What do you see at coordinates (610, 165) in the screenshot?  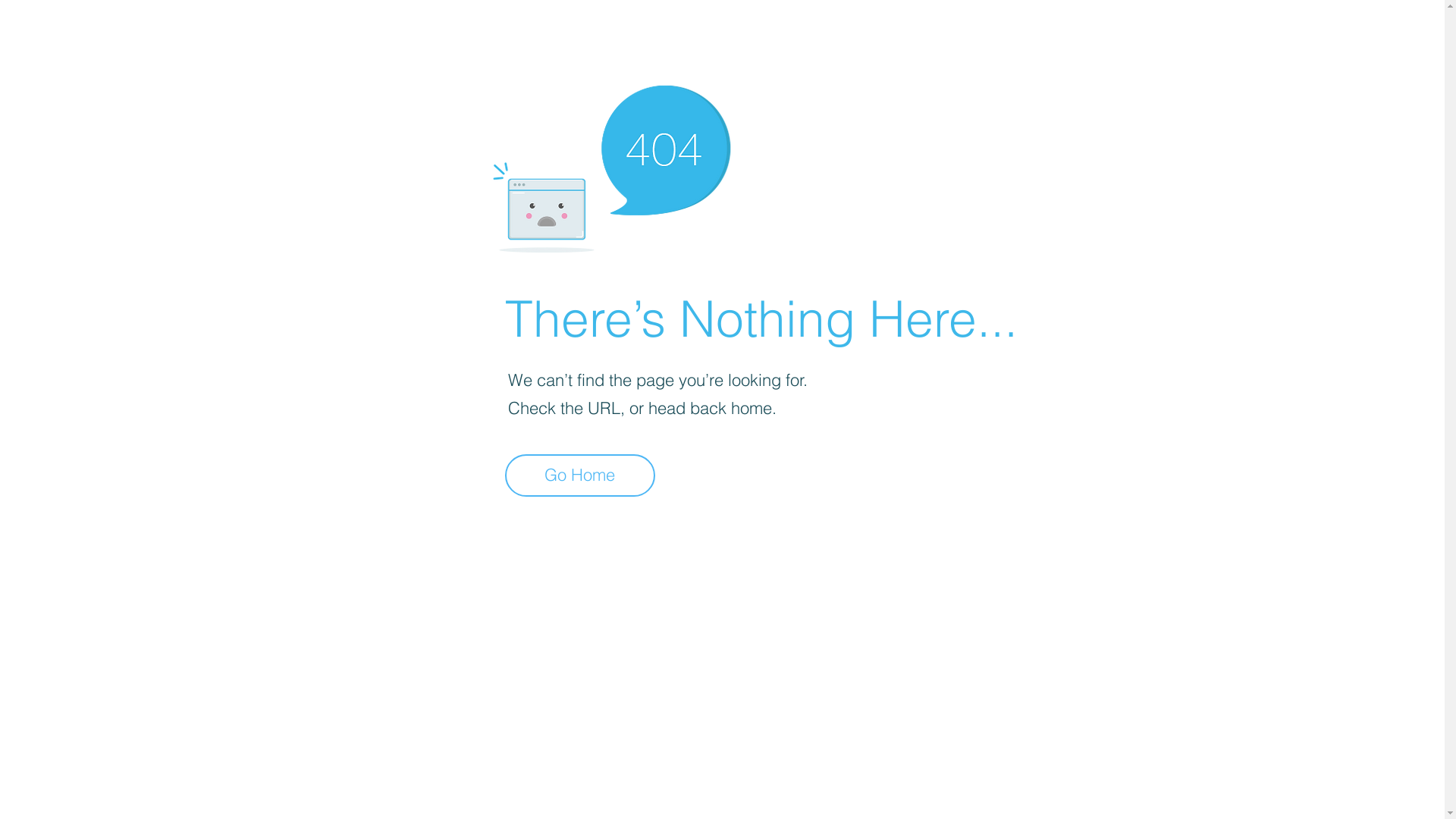 I see `'404-icon_2.png'` at bounding box center [610, 165].